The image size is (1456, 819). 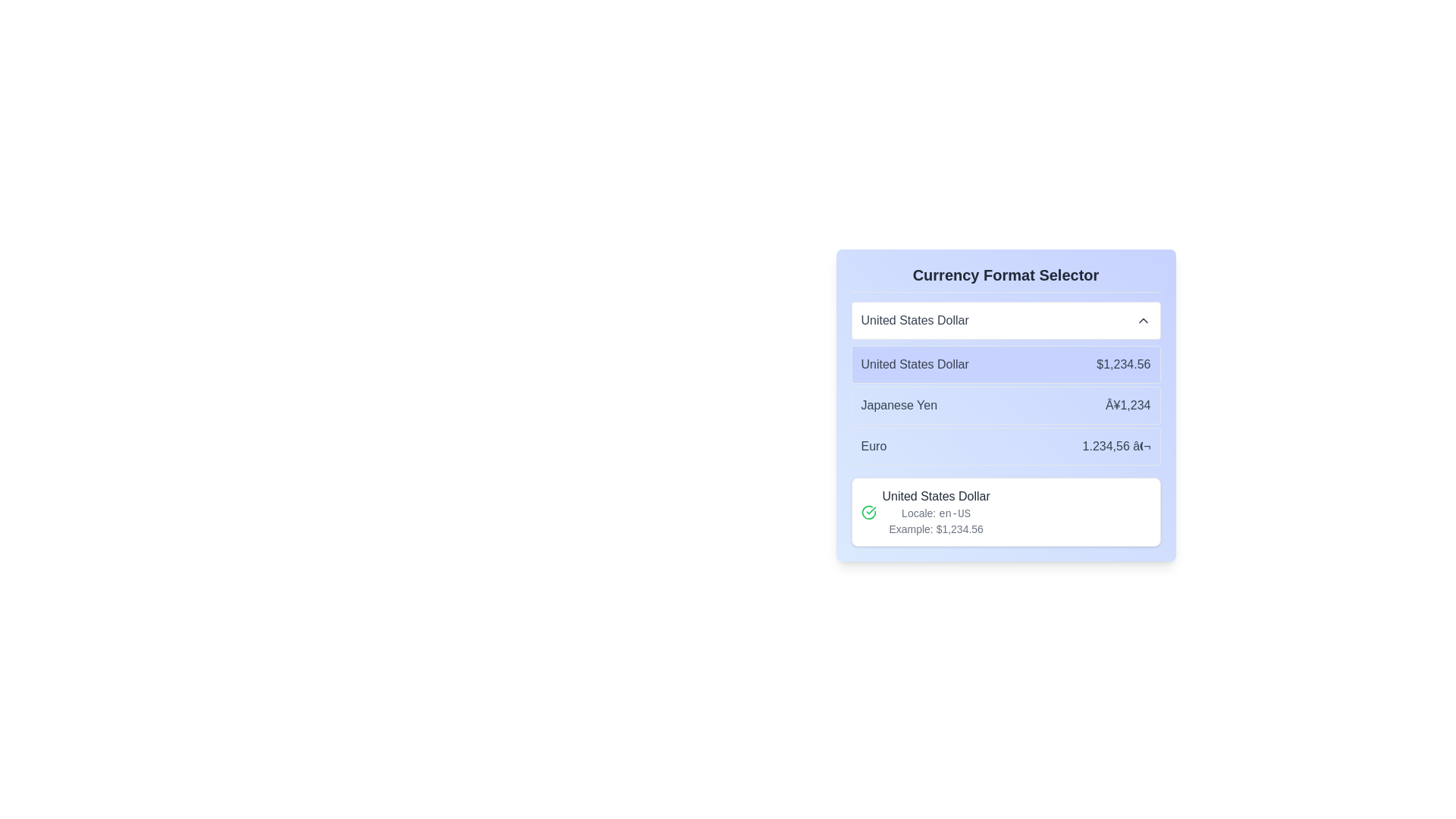 I want to click on the Informational Text Block providing details about the selected currency format to use this information for currency format understanding, so click(x=935, y=512).